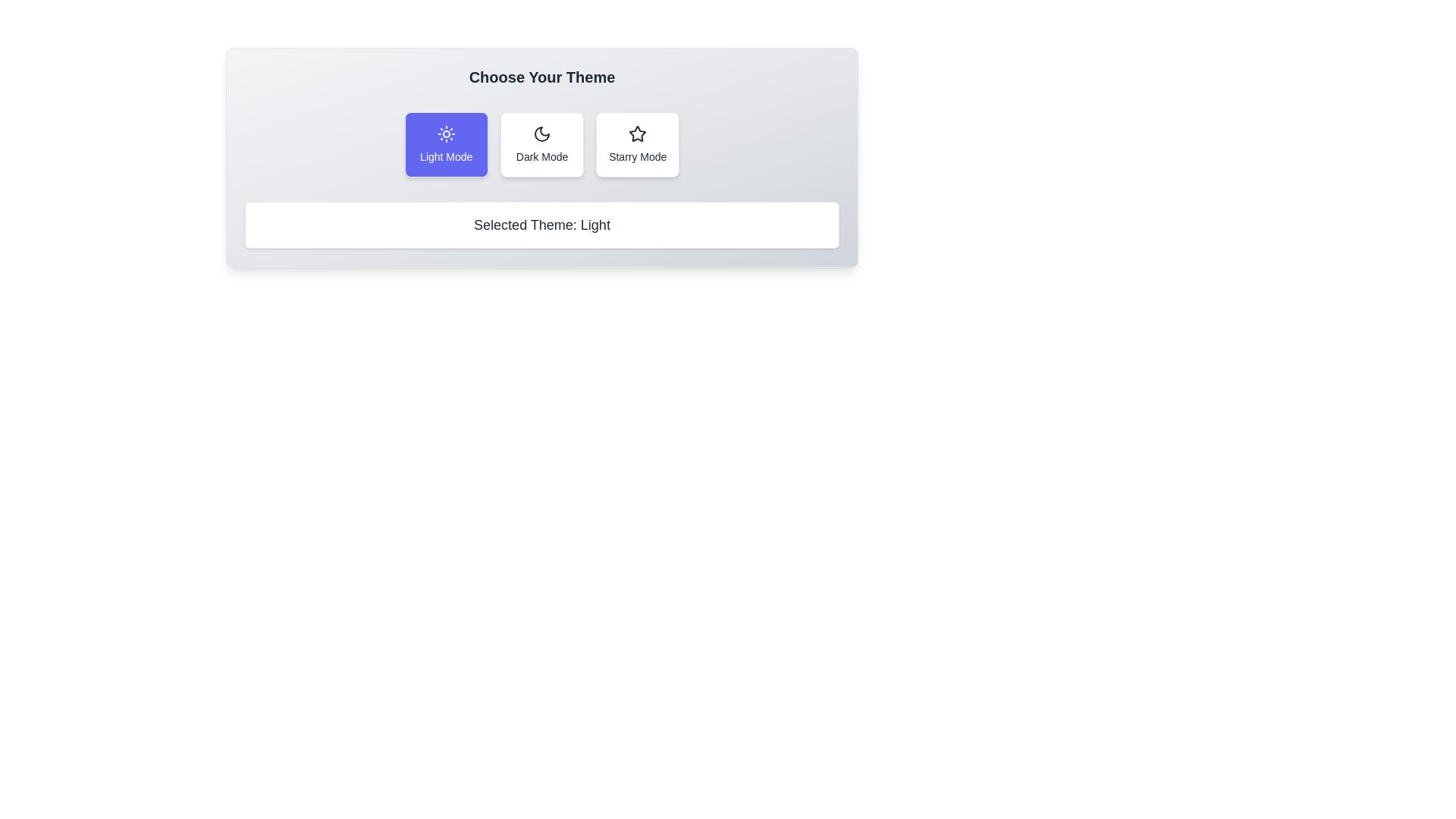 Image resolution: width=1456 pixels, height=819 pixels. I want to click on the button labeled Starry Mode to observe its hover effect, so click(638, 145).